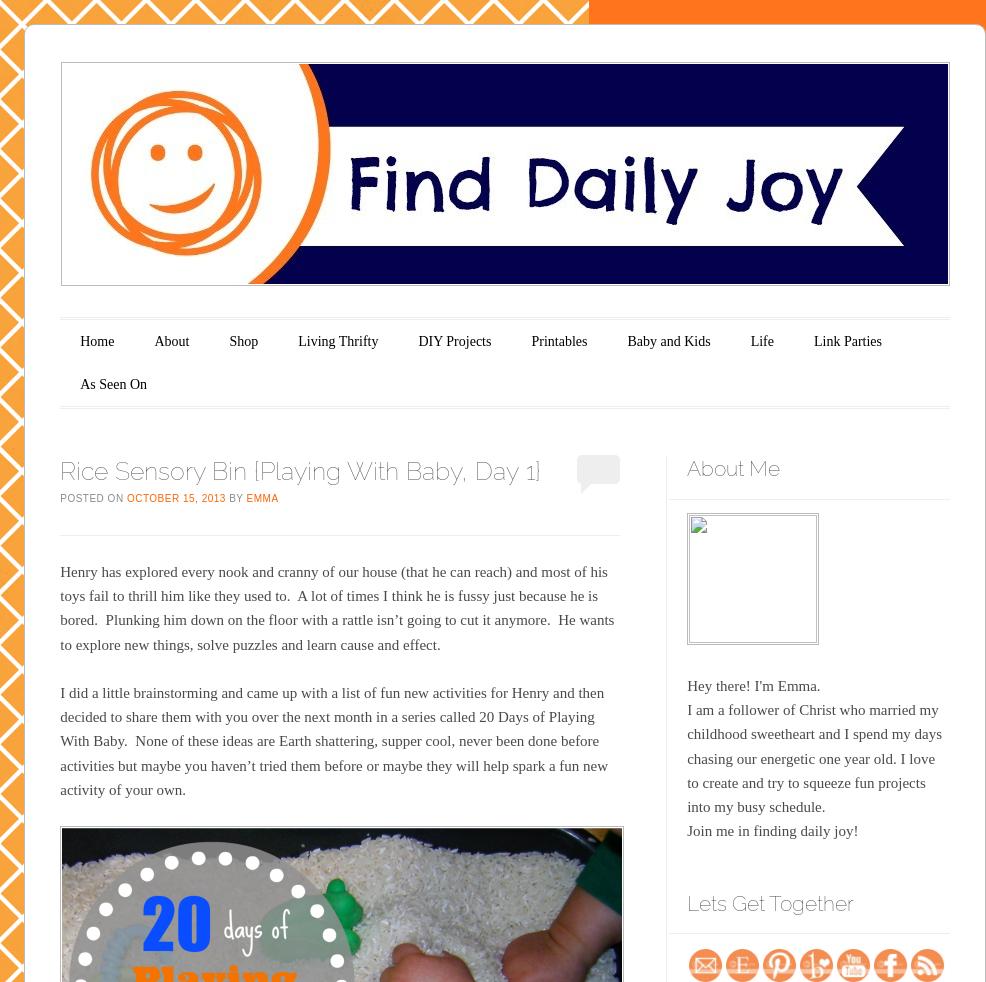  Describe the element at coordinates (598, 469) in the screenshot. I see `'0'` at that location.